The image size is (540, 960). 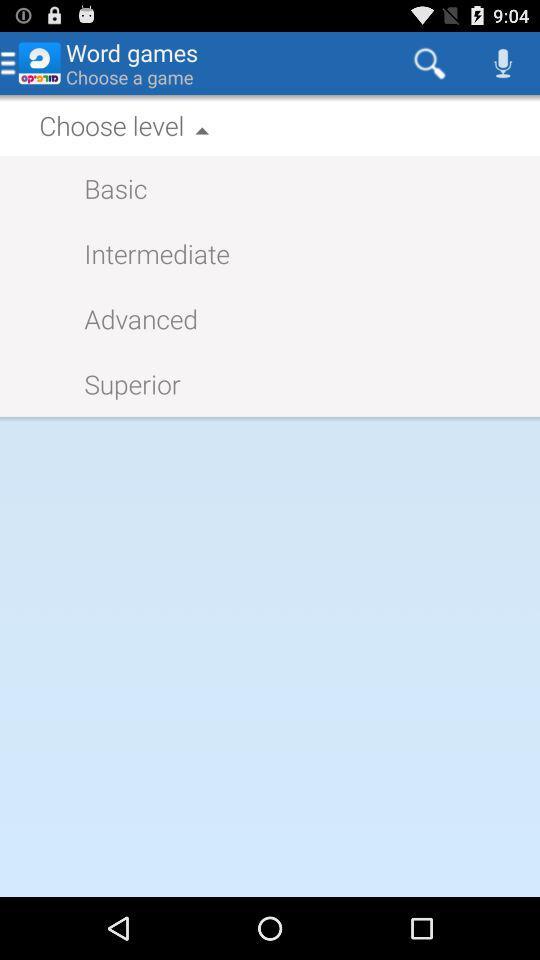 I want to click on superior icon, so click(x=122, y=382).